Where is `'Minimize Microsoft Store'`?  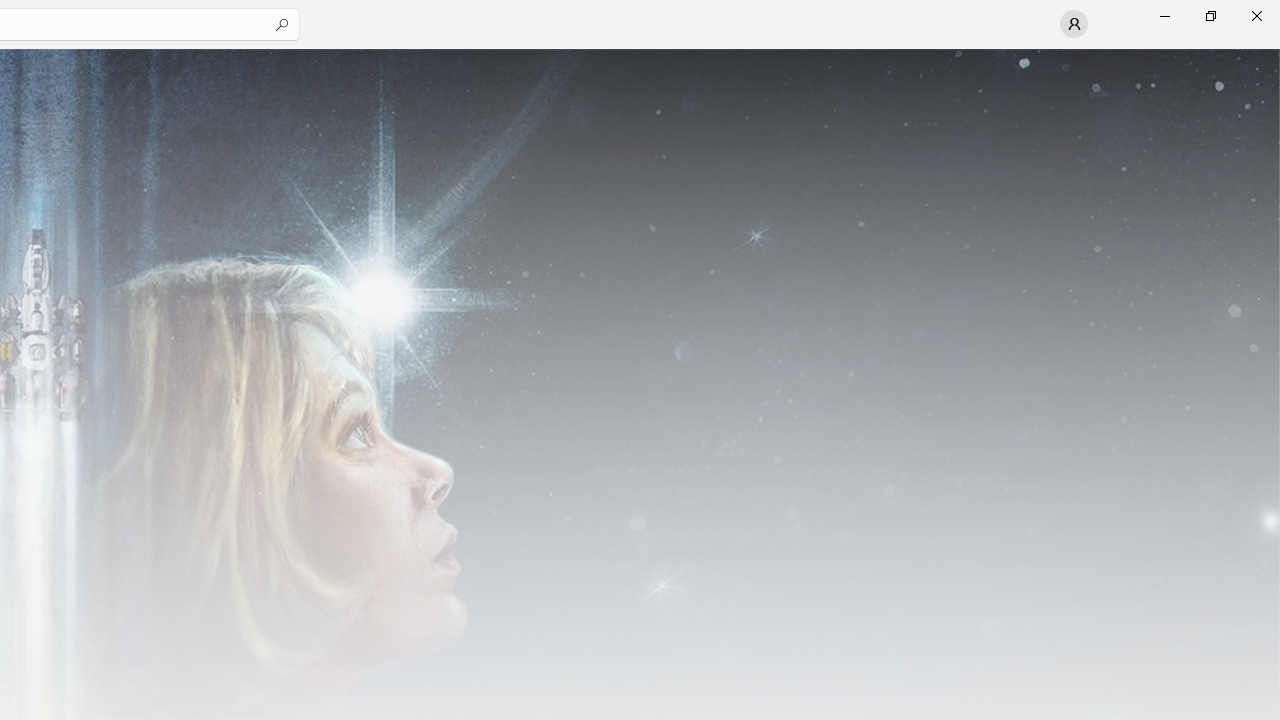 'Minimize Microsoft Store' is located at coordinates (1164, 15).